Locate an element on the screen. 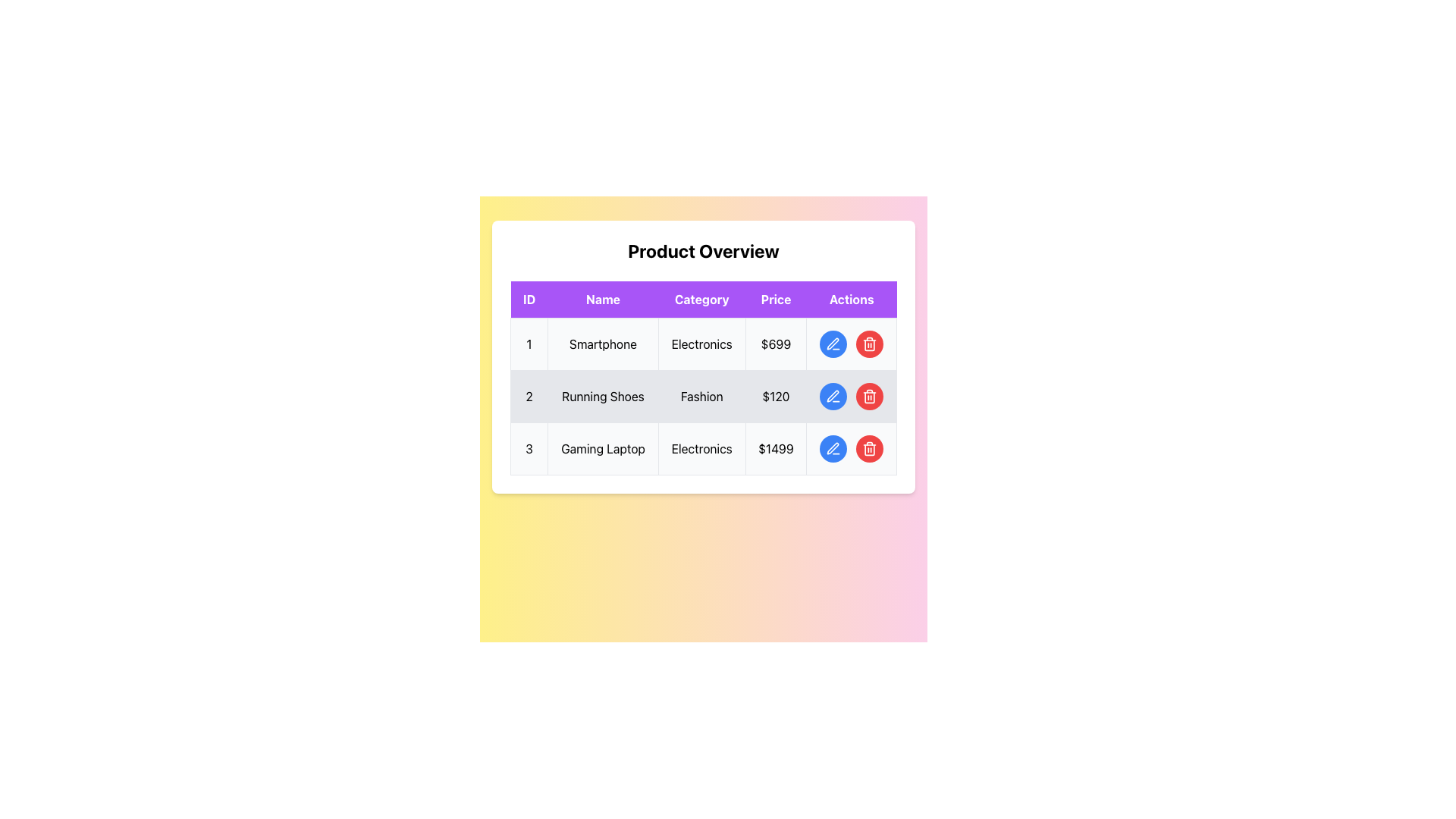 The height and width of the screenshot is (819, 1456). the edit button icon located in the 'Actions' column of the third row of the table under the 'Product Overview' heading to possibly reveal a tooltip is located at coordinates (832, 447).